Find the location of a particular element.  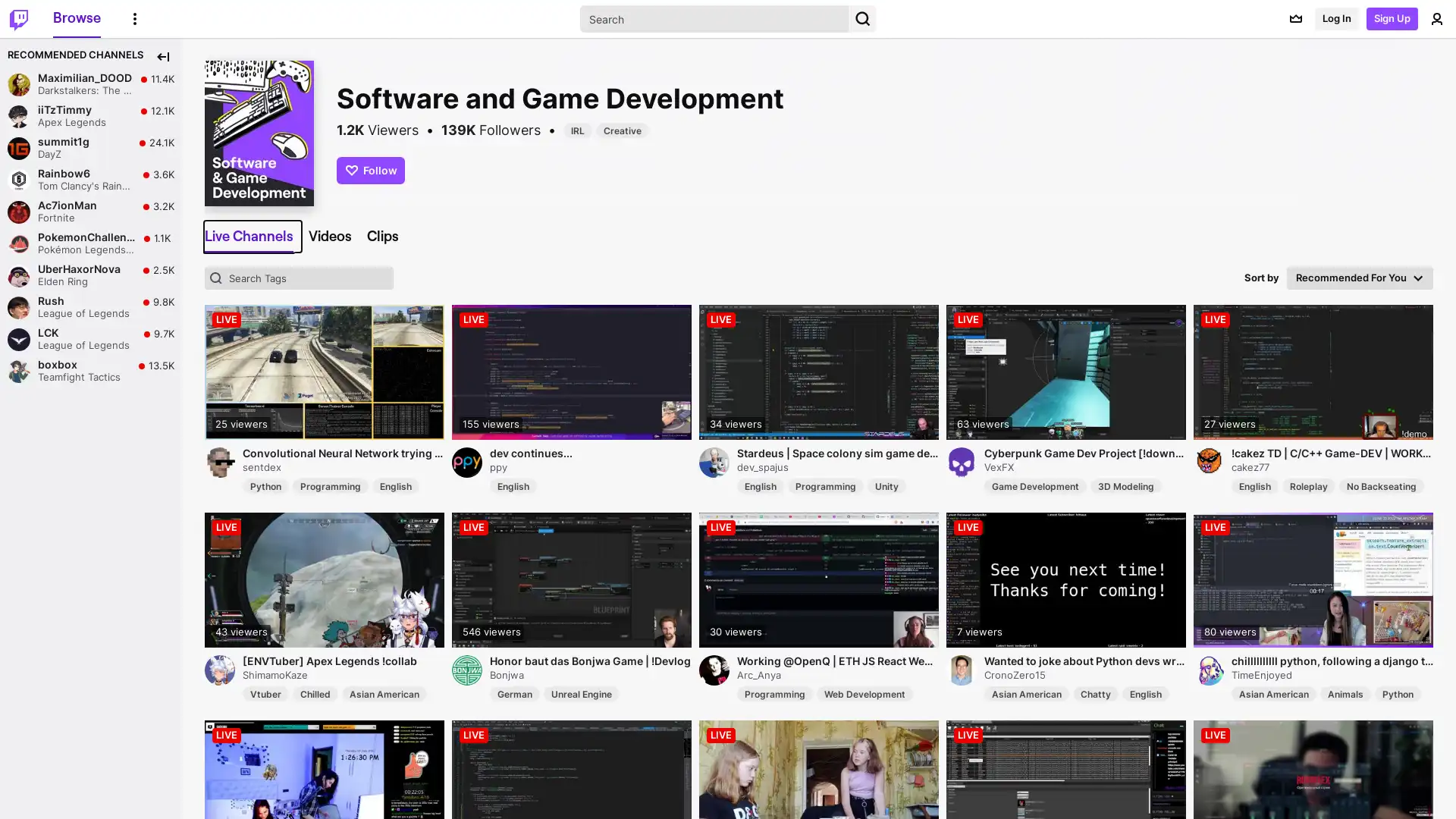

3D Modeling is located at coordinates (1125, 485).